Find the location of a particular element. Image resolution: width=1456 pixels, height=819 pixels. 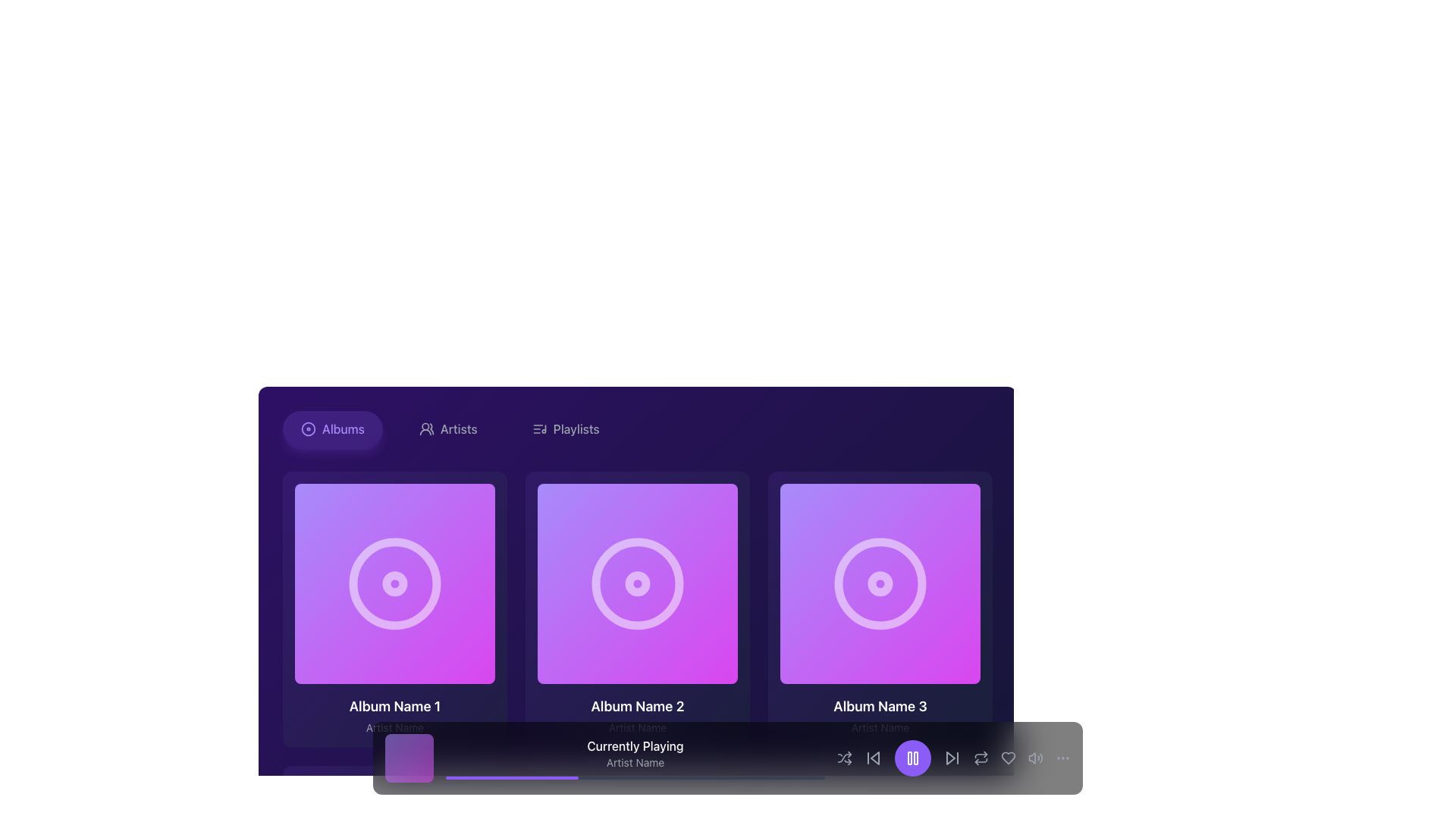

the small circular component styled like a dot, which is located at the center of a larger circular structure within the third album block titled 'Album Name 3' is located at coordinates (880, 583).